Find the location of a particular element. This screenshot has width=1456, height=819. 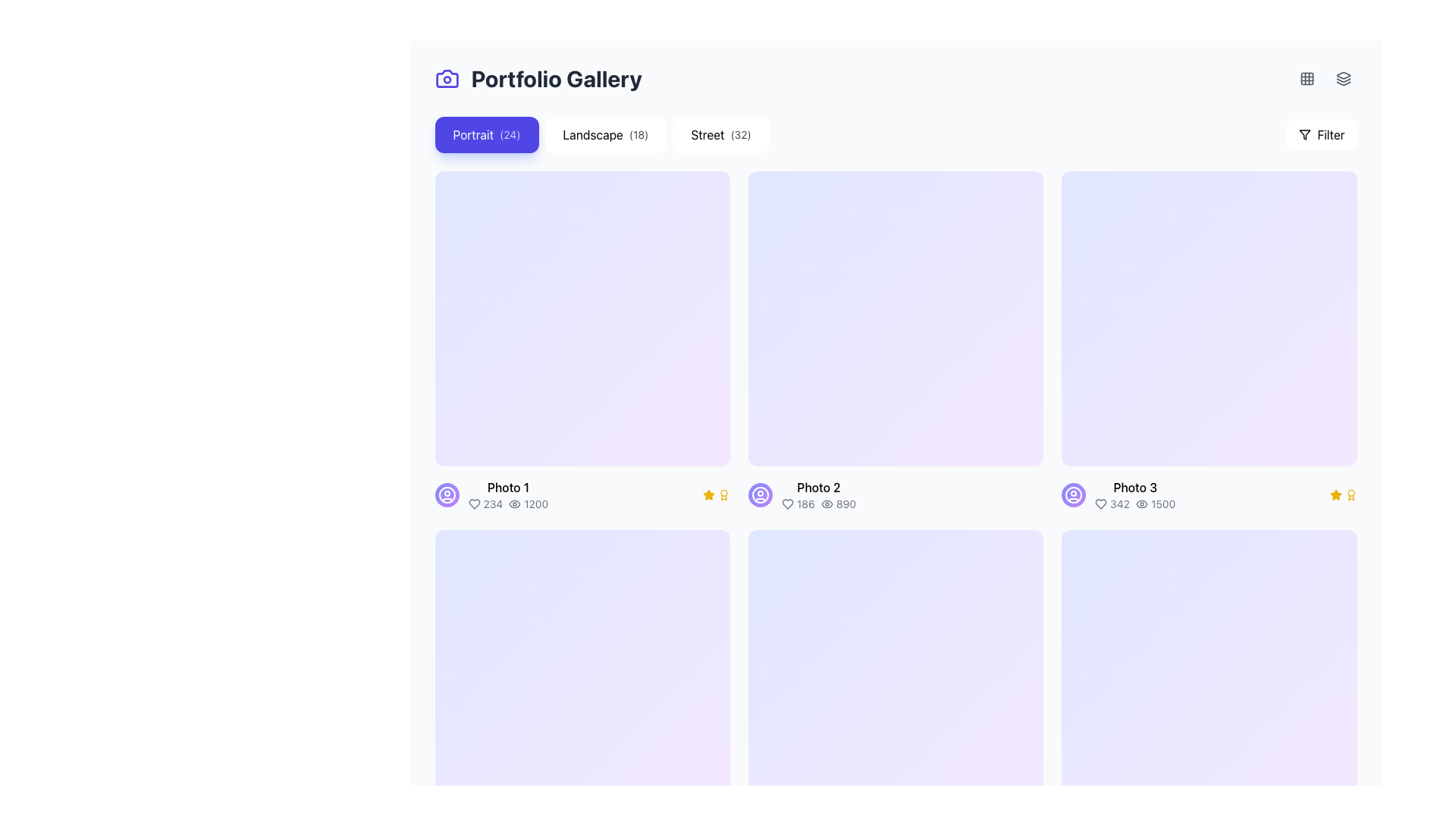

the 'Portfolio Gallery' title with icon, which serves as the header for the section, located at the top-left of the interface is located at coordinates (538, 79).